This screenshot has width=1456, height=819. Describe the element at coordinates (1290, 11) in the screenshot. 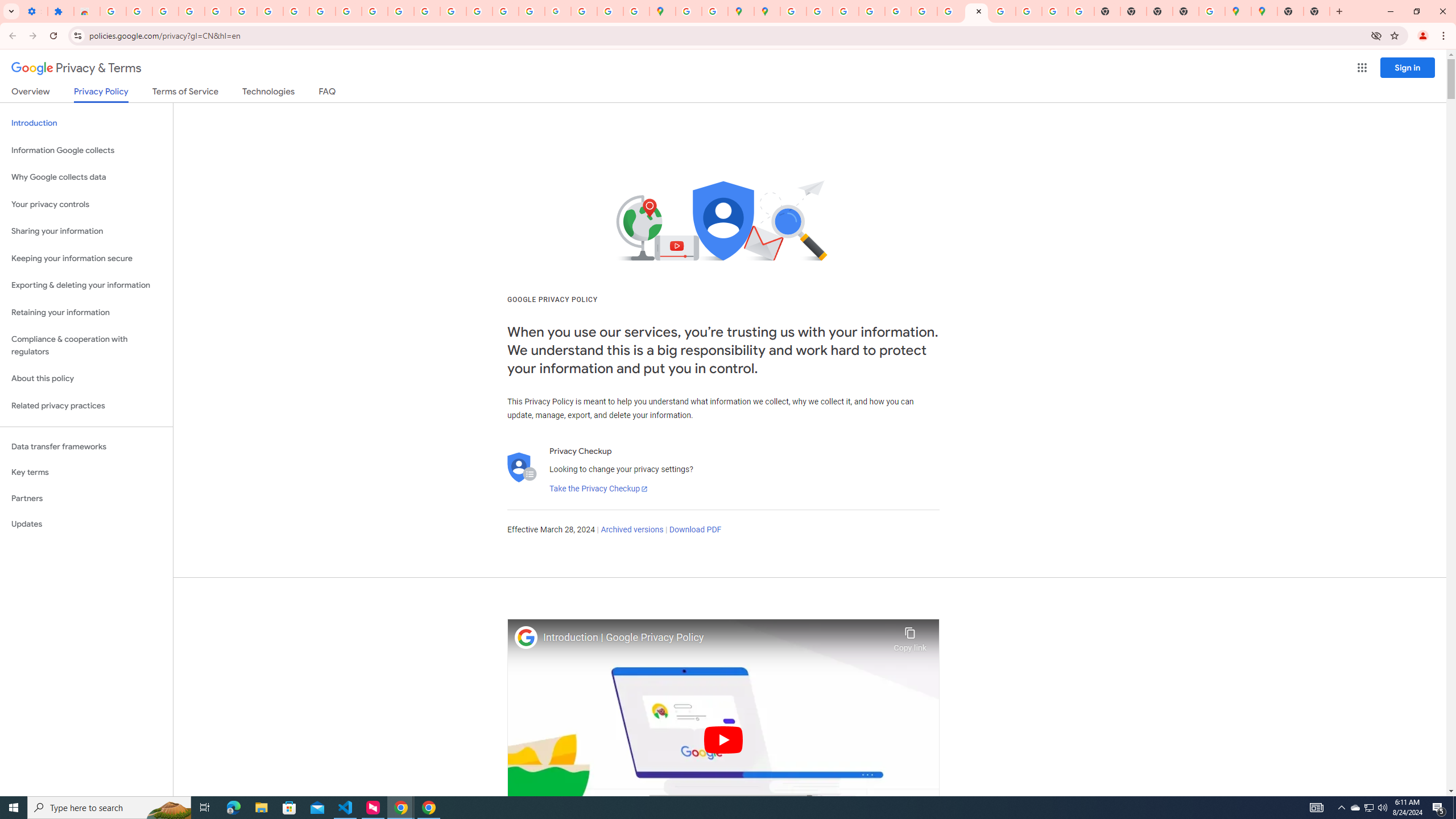

I see `'New Tab'` at that location.